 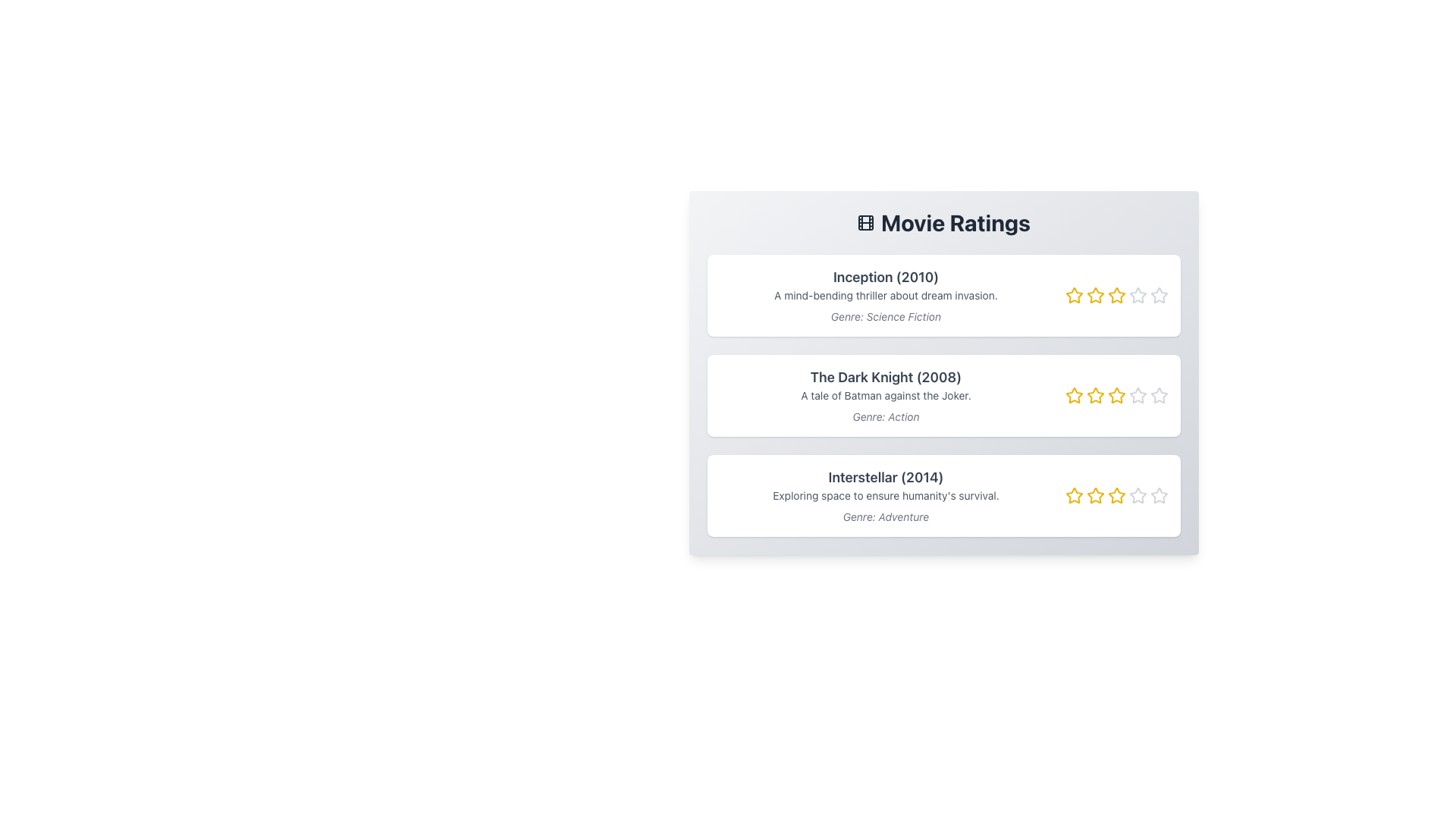 I want to click on the second yellow star icon in the rating system for the movie 'Inception (2010)' to rate the movie, so click(x=1095, y=295).